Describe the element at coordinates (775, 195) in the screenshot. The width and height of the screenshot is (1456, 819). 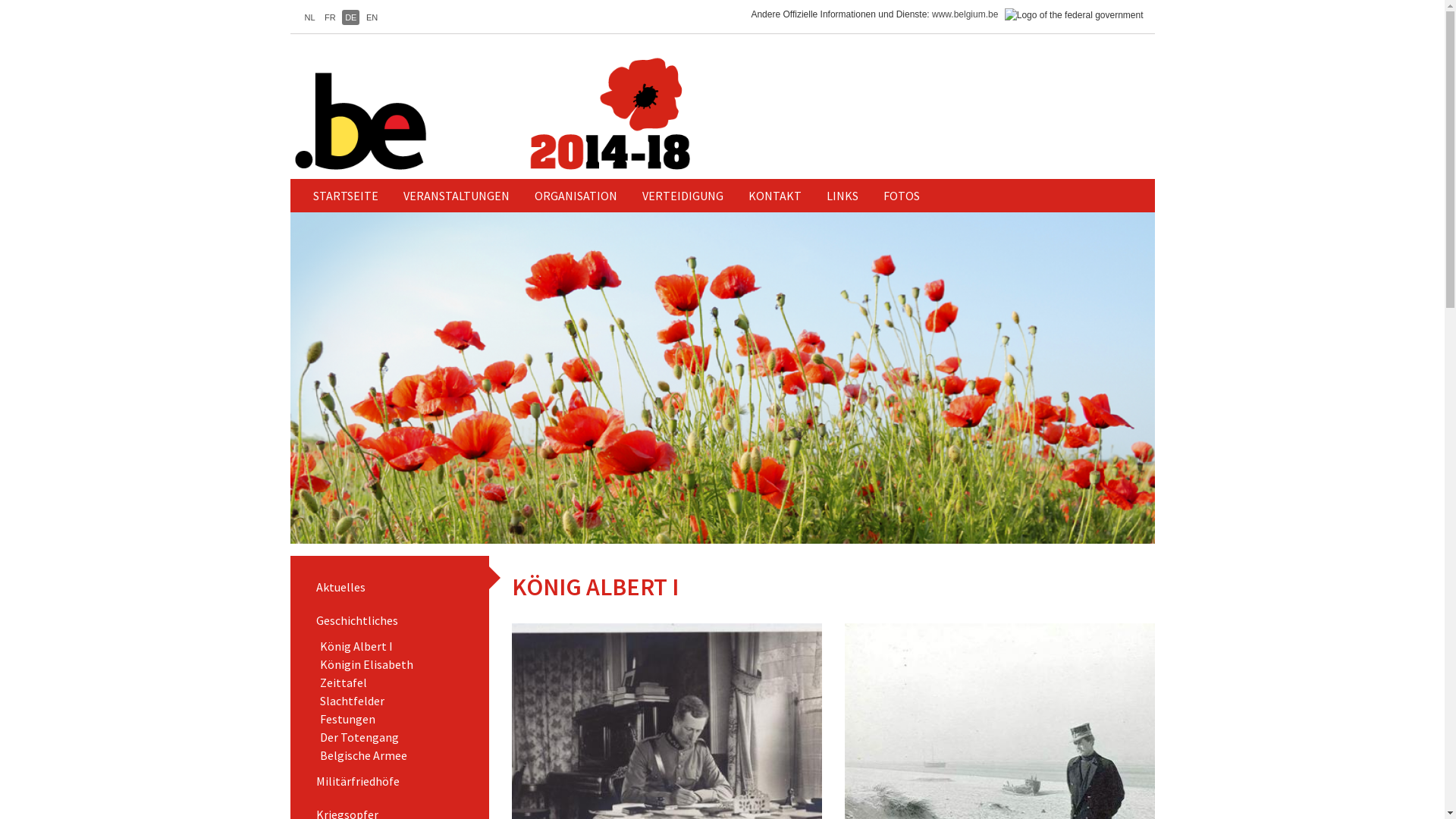
I see `'KONTAKT'` at that location.